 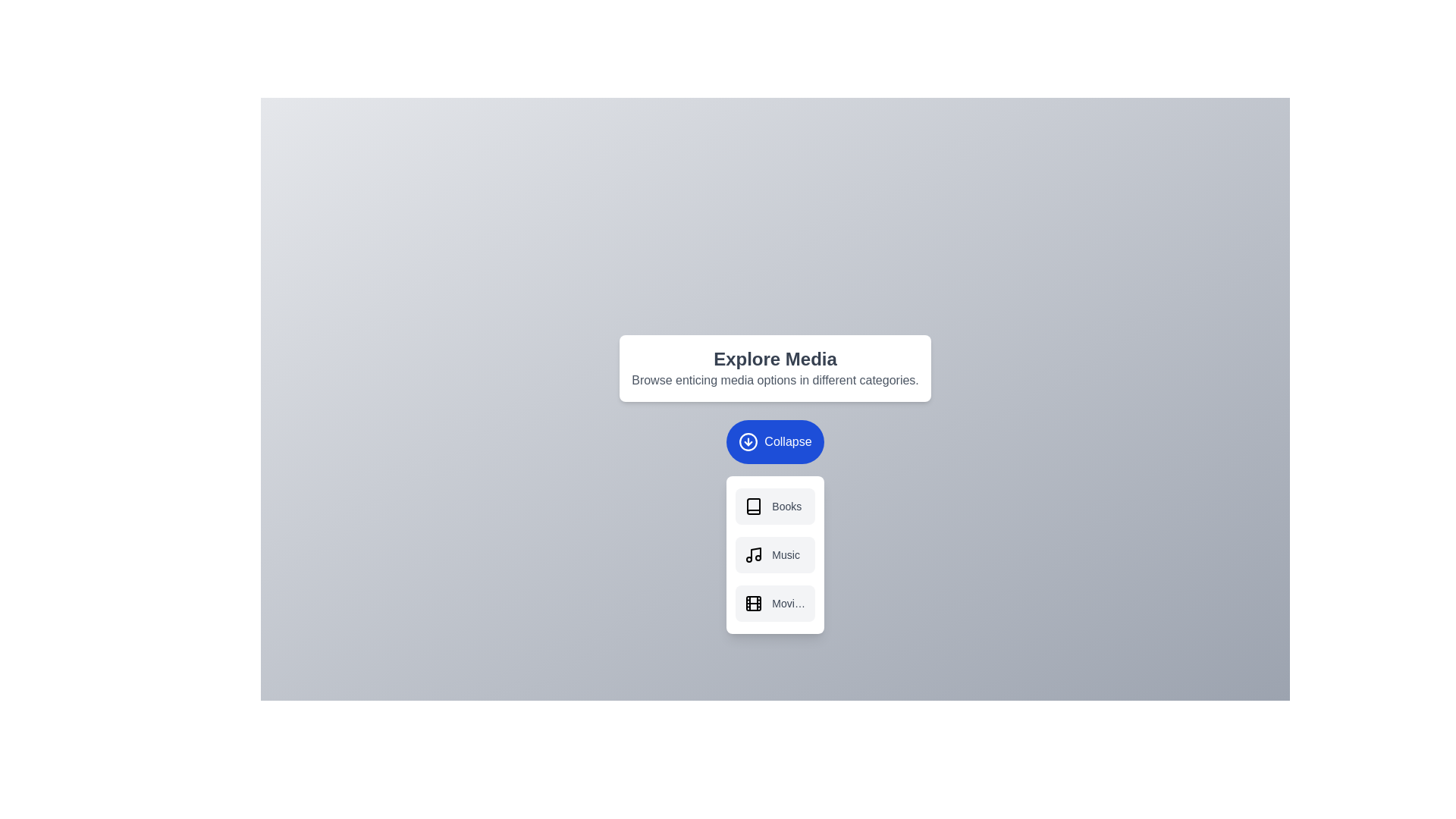 I want to click on the media type Movies from the menu, so click(x=775, y=601).